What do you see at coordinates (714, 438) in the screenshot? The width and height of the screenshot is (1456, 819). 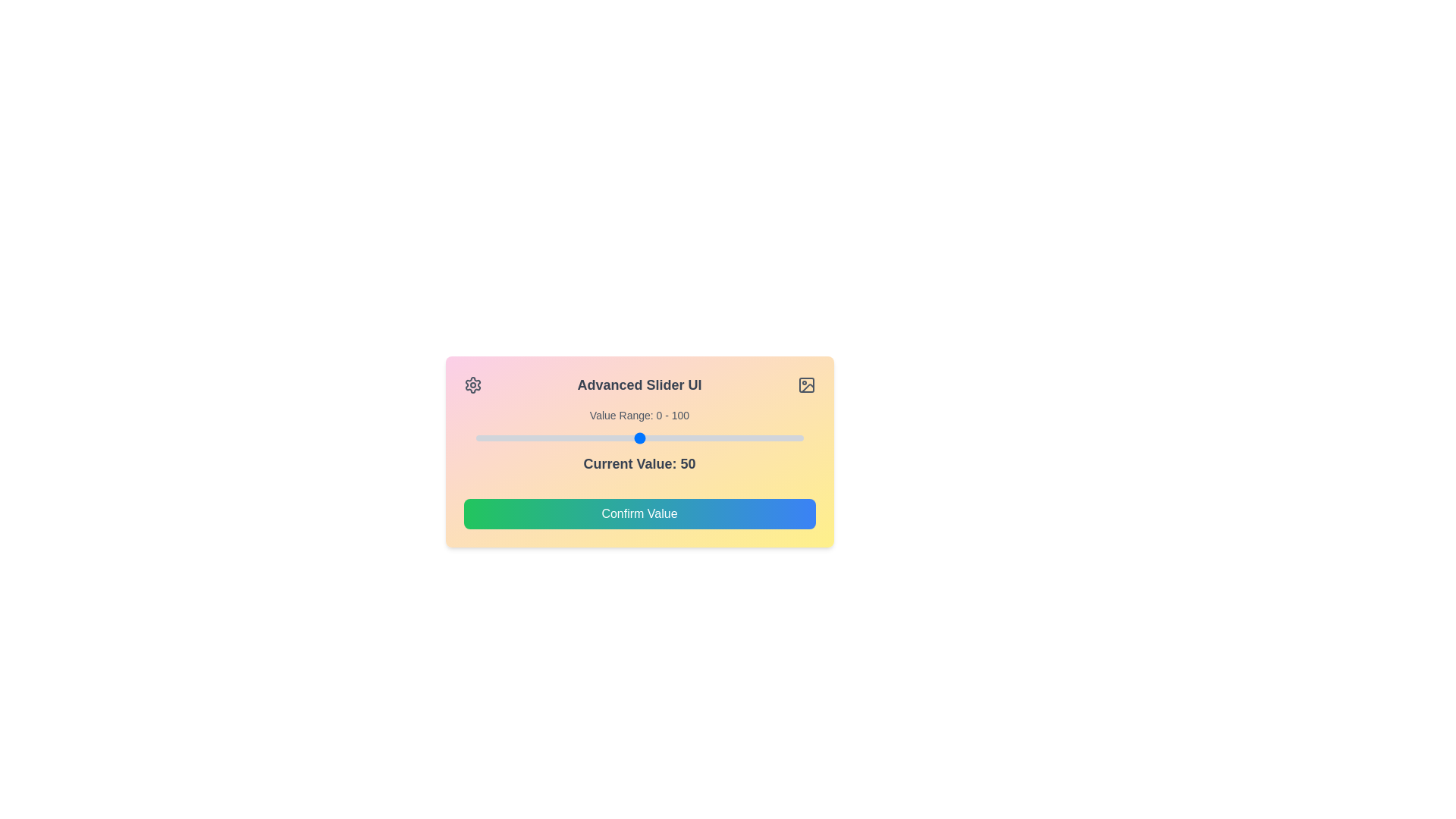 I see `the slider to set its value to 73` at bounding box center [714, 438].